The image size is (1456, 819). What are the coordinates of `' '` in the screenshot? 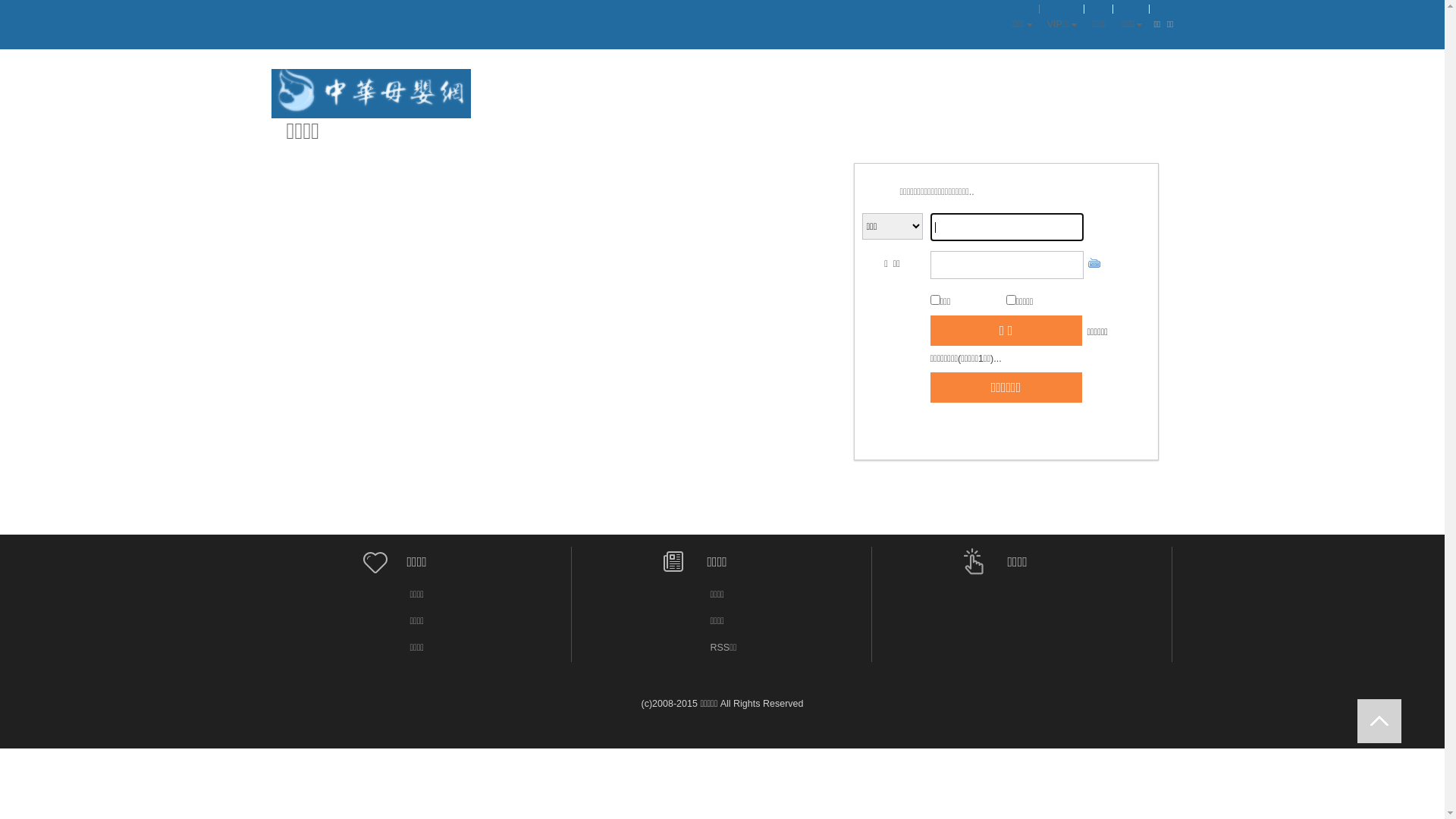 It's located at (1379, 720).